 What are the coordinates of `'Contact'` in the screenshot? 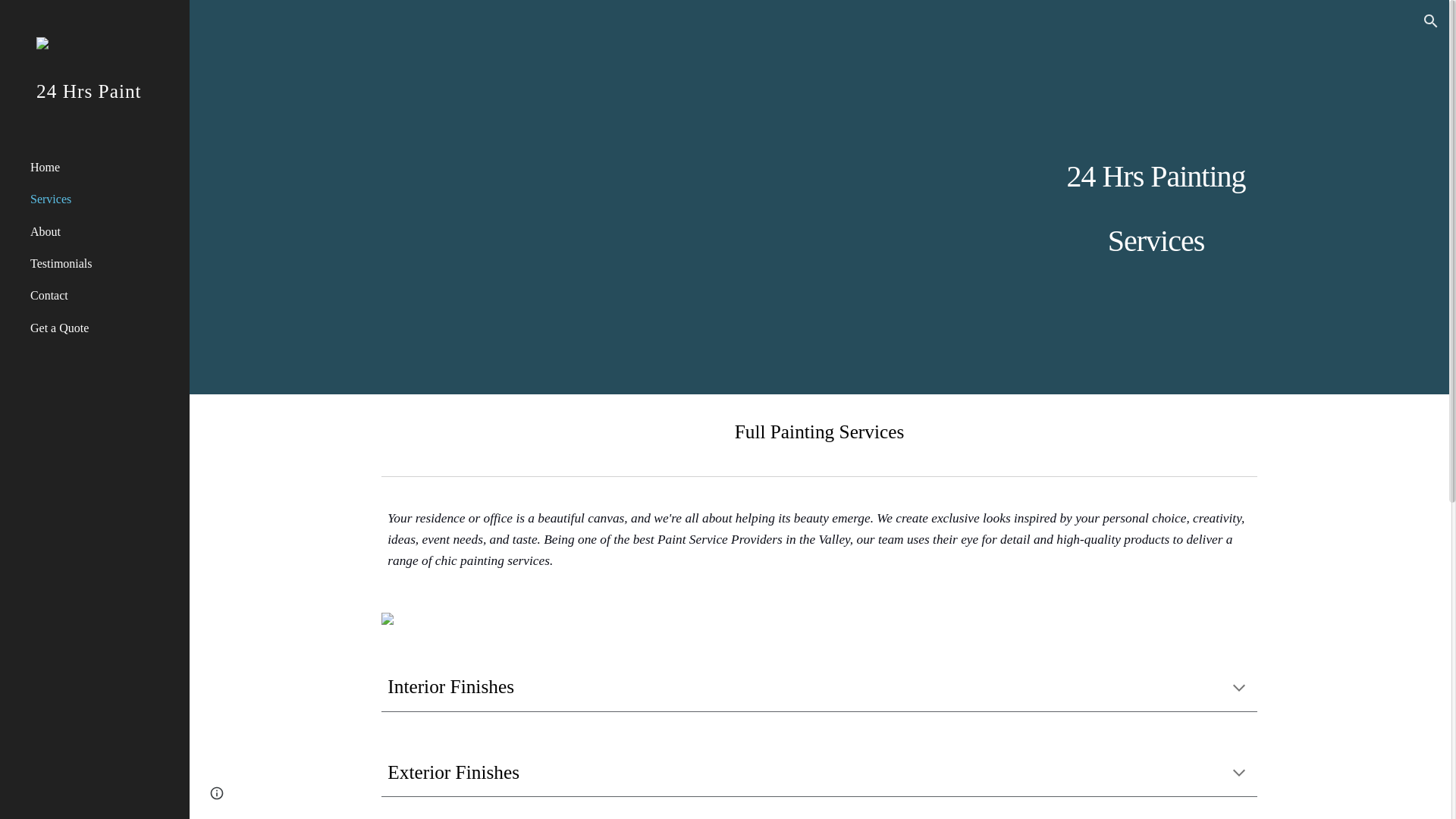 It's located at (103, 295).